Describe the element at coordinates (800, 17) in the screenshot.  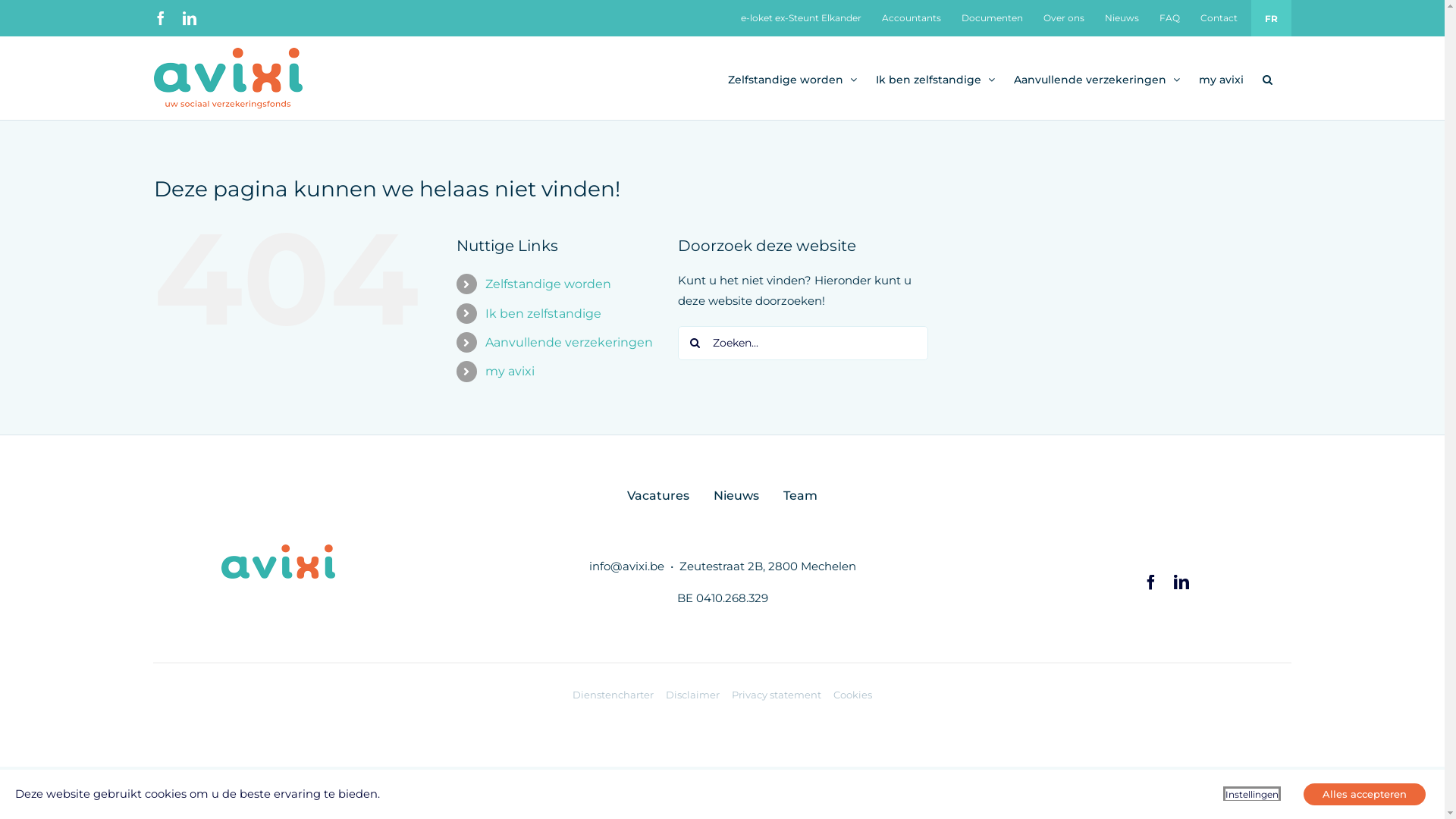
I see `'e-loket ex-Steunt Elkander'` at that location.